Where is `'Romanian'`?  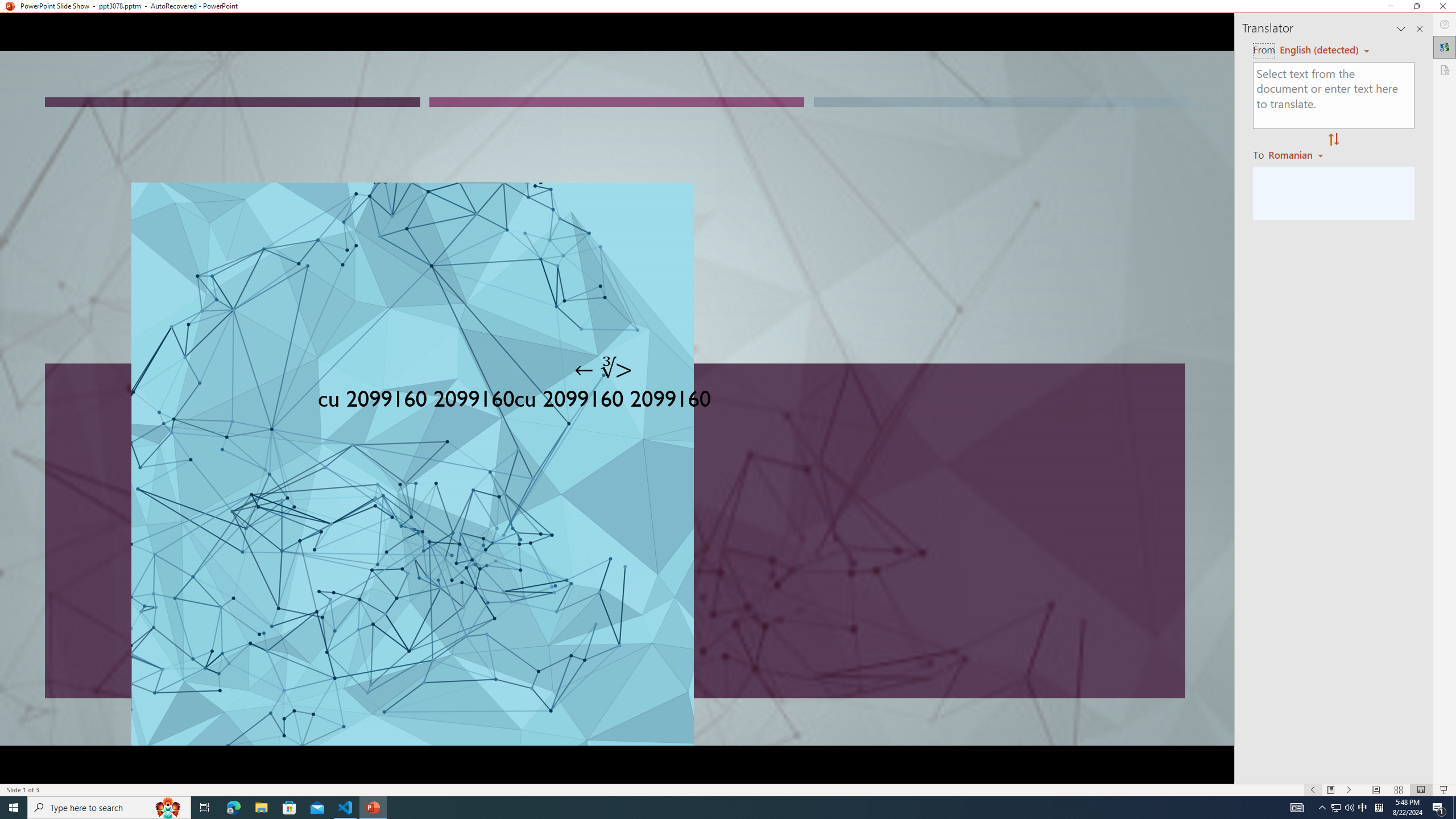 'Romanian' is located at coordinates (1296, 154).